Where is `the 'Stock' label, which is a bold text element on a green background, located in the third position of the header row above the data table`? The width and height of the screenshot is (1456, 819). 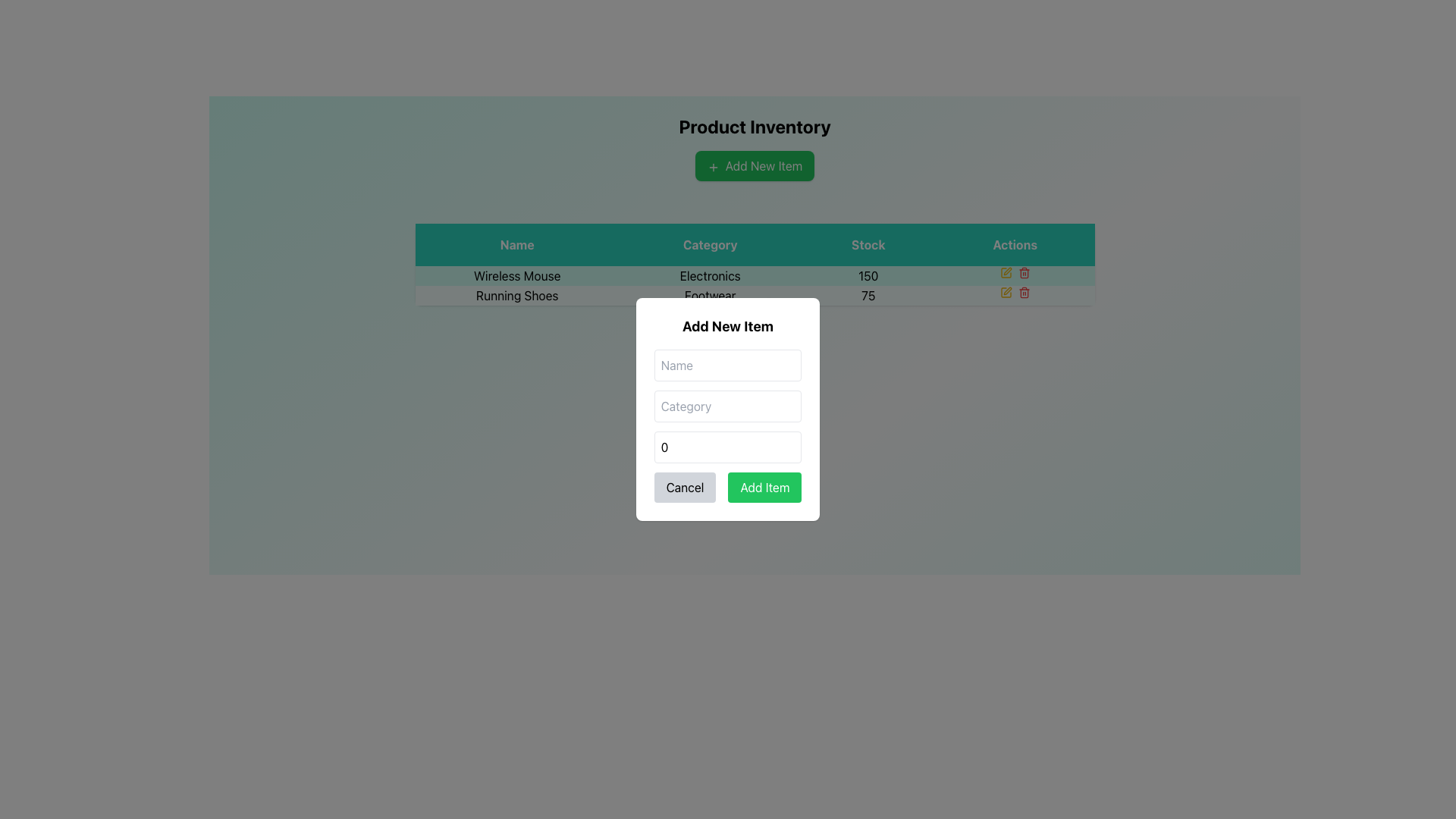
the 'Stock' label, which is a bold text element on a green background, located in the third position of the header row above the data table is located at coordinates (868, 244).